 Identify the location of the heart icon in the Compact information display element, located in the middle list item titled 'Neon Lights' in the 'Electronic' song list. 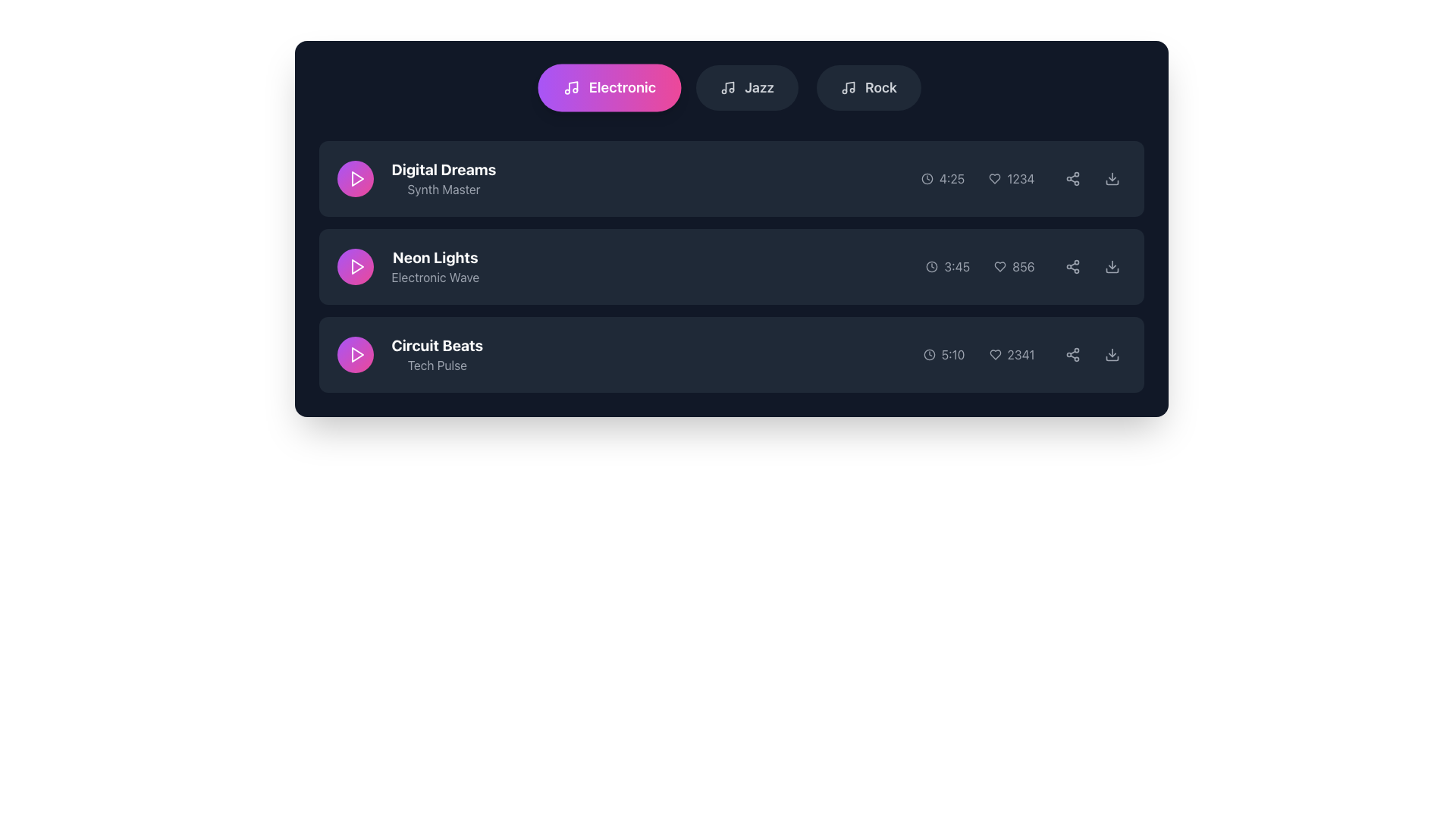
(1026, 265).